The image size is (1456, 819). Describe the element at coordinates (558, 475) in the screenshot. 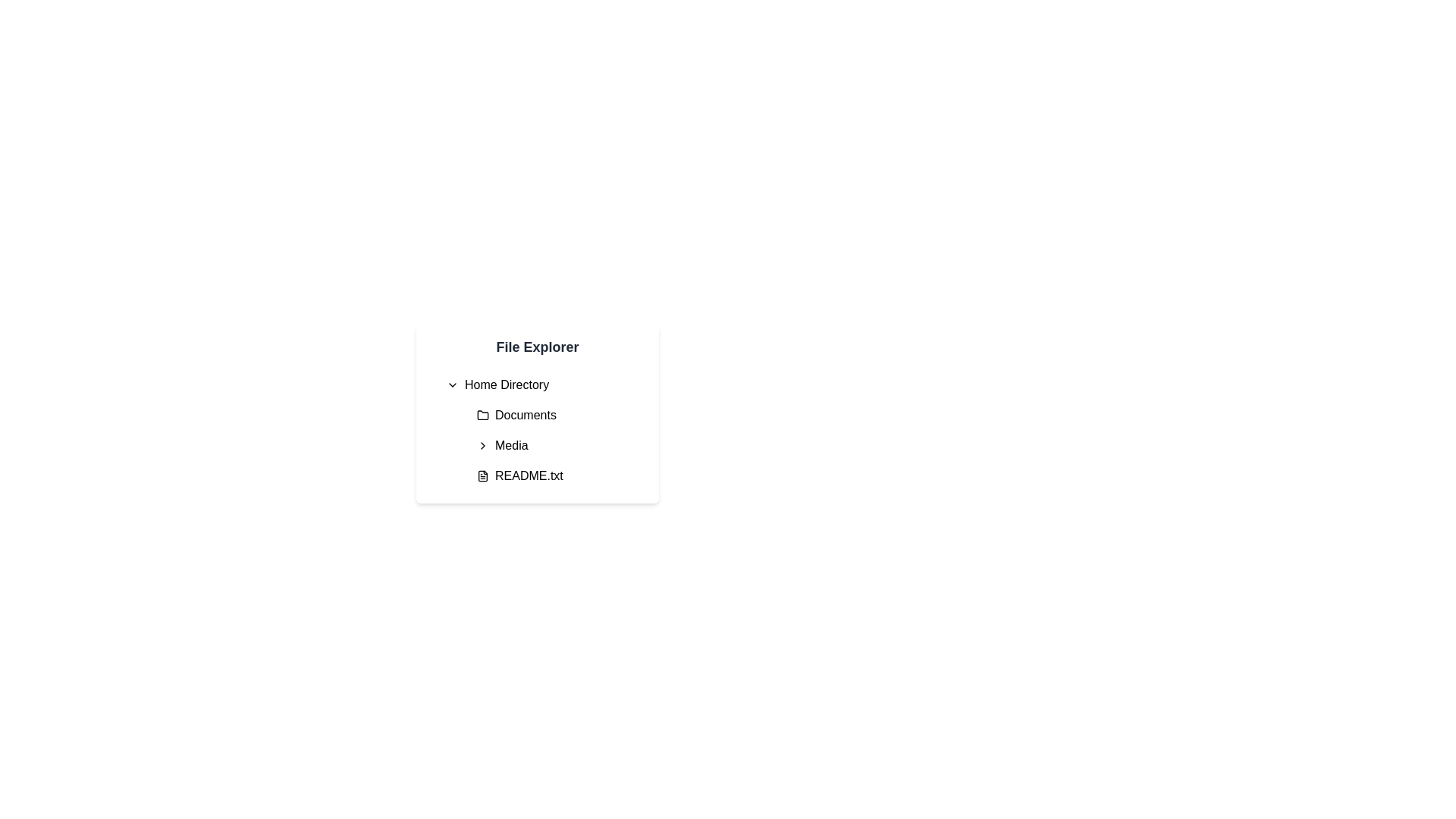

I see `the 'README.txt' file in the file explorer under the 'Media' directory` at that location.